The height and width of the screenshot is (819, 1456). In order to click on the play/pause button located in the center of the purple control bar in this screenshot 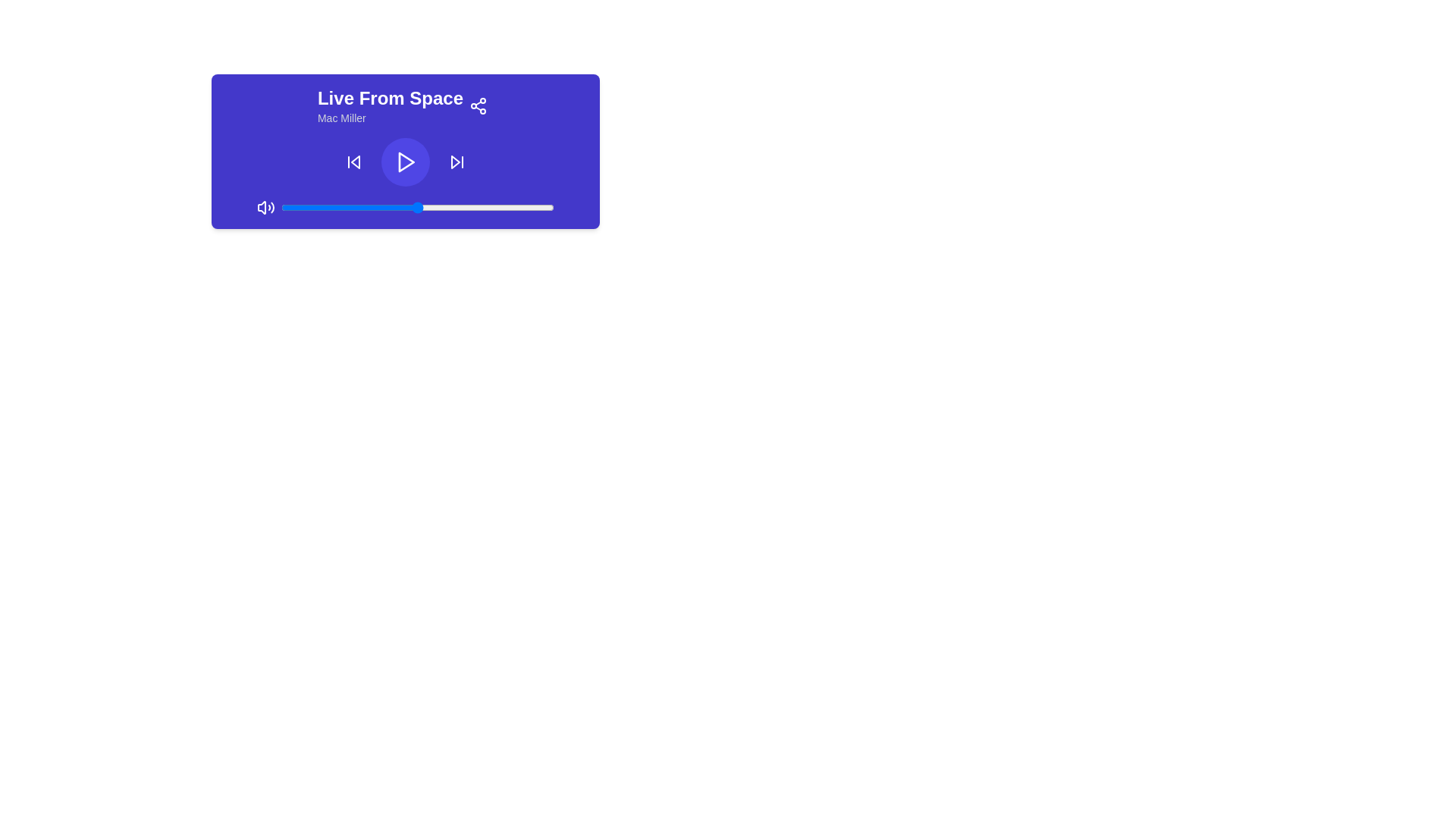, I will do `click(405, 162)`.